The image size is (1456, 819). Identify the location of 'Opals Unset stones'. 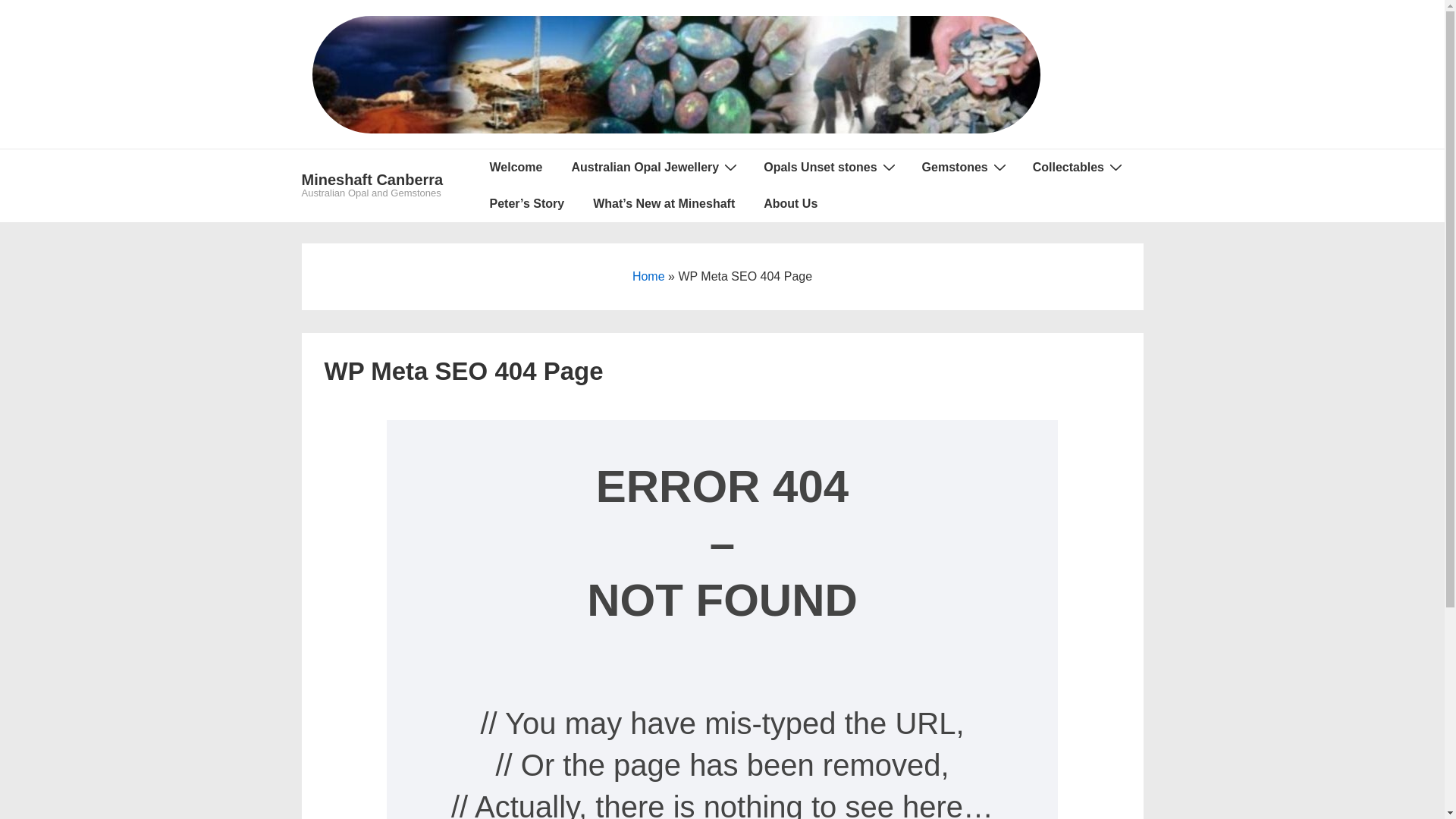
(749, 167).